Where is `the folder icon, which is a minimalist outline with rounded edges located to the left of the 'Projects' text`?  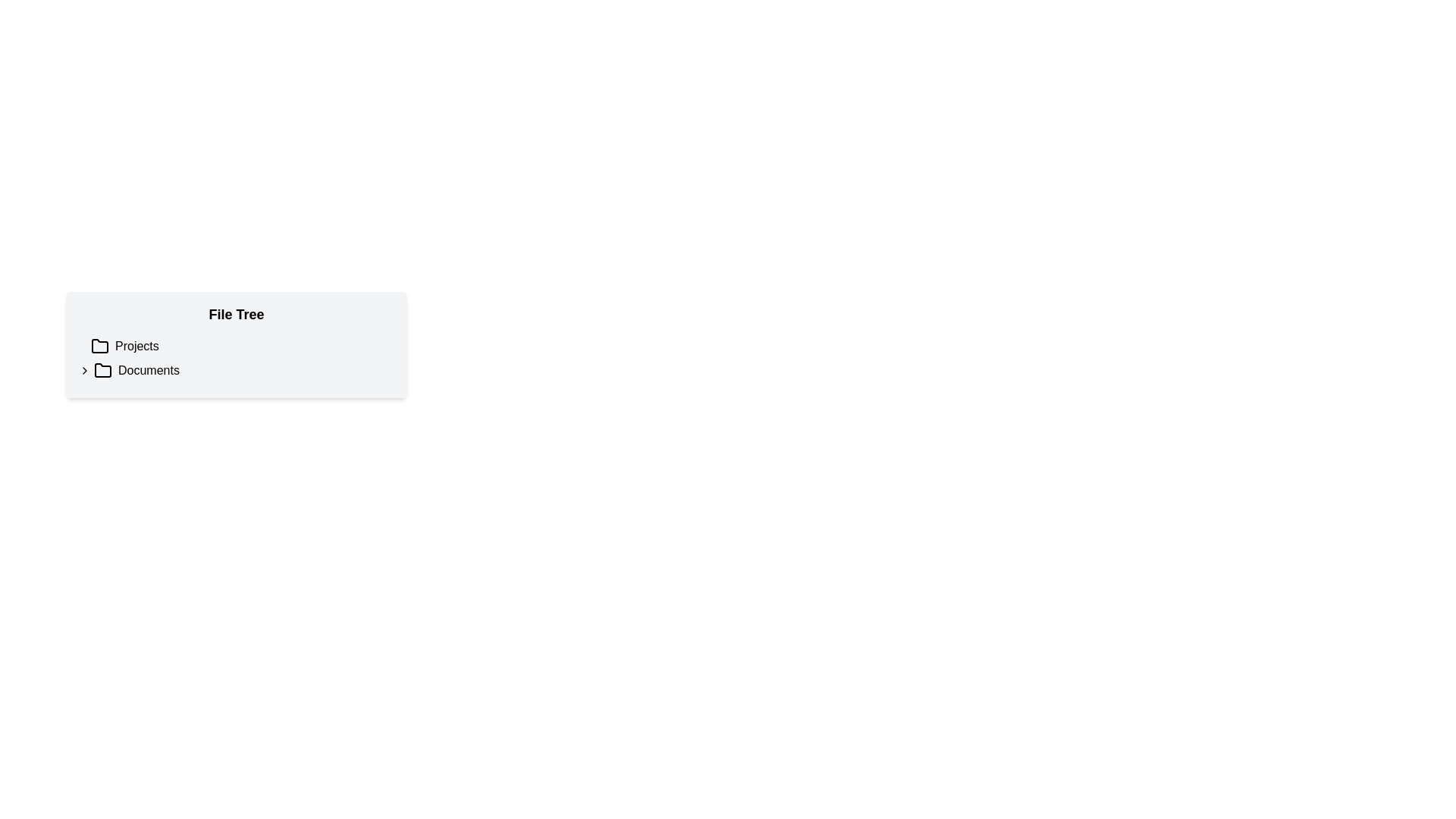 the folder icon, which is a minimalist outline with rounded edges located to the left of the 'Projects' text is located at coordinates (99, 346).